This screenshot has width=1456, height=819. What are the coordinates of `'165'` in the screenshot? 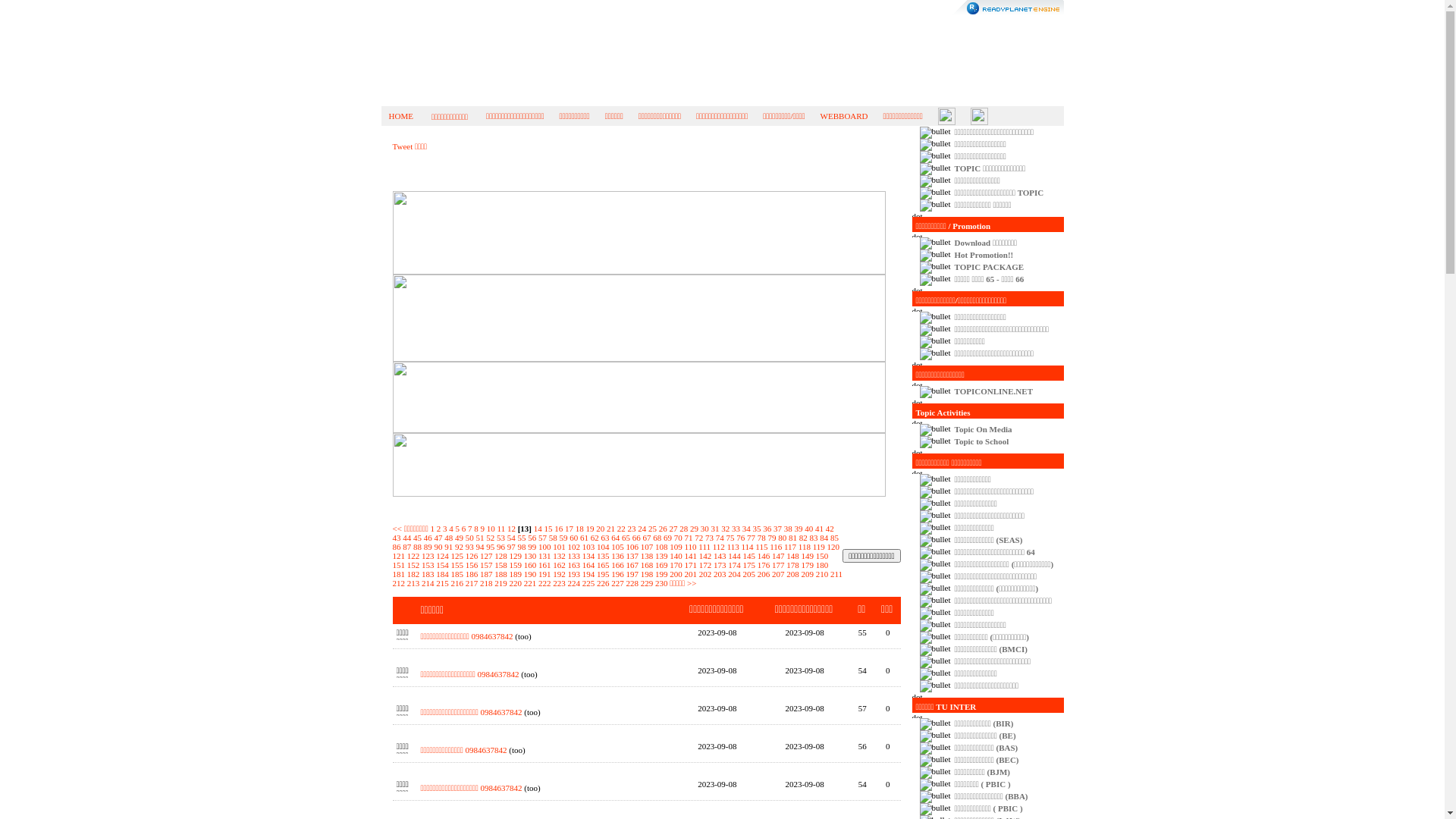 It's located at (596, 564).